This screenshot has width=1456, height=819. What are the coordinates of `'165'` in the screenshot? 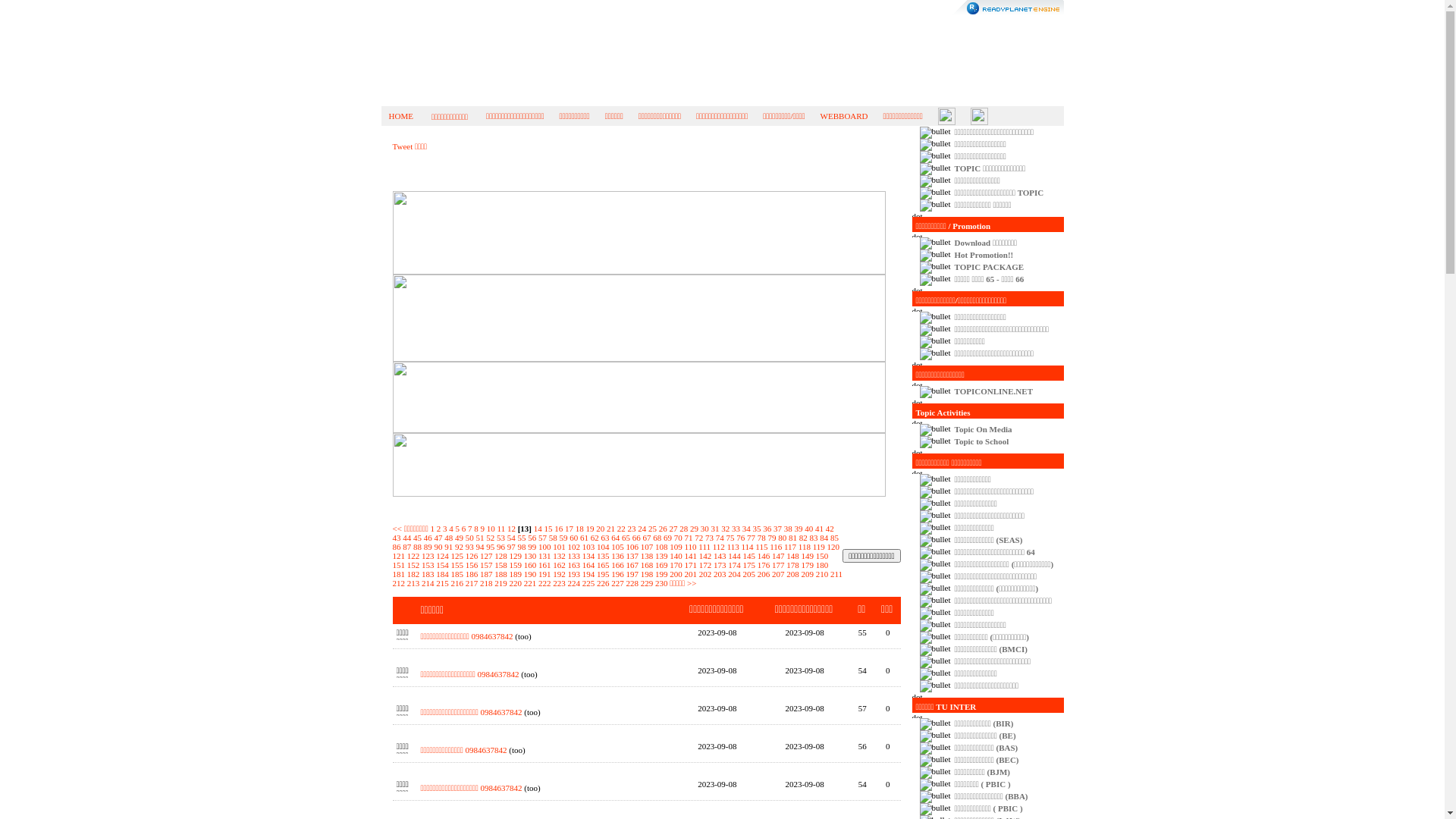 It's located at (596, 564).